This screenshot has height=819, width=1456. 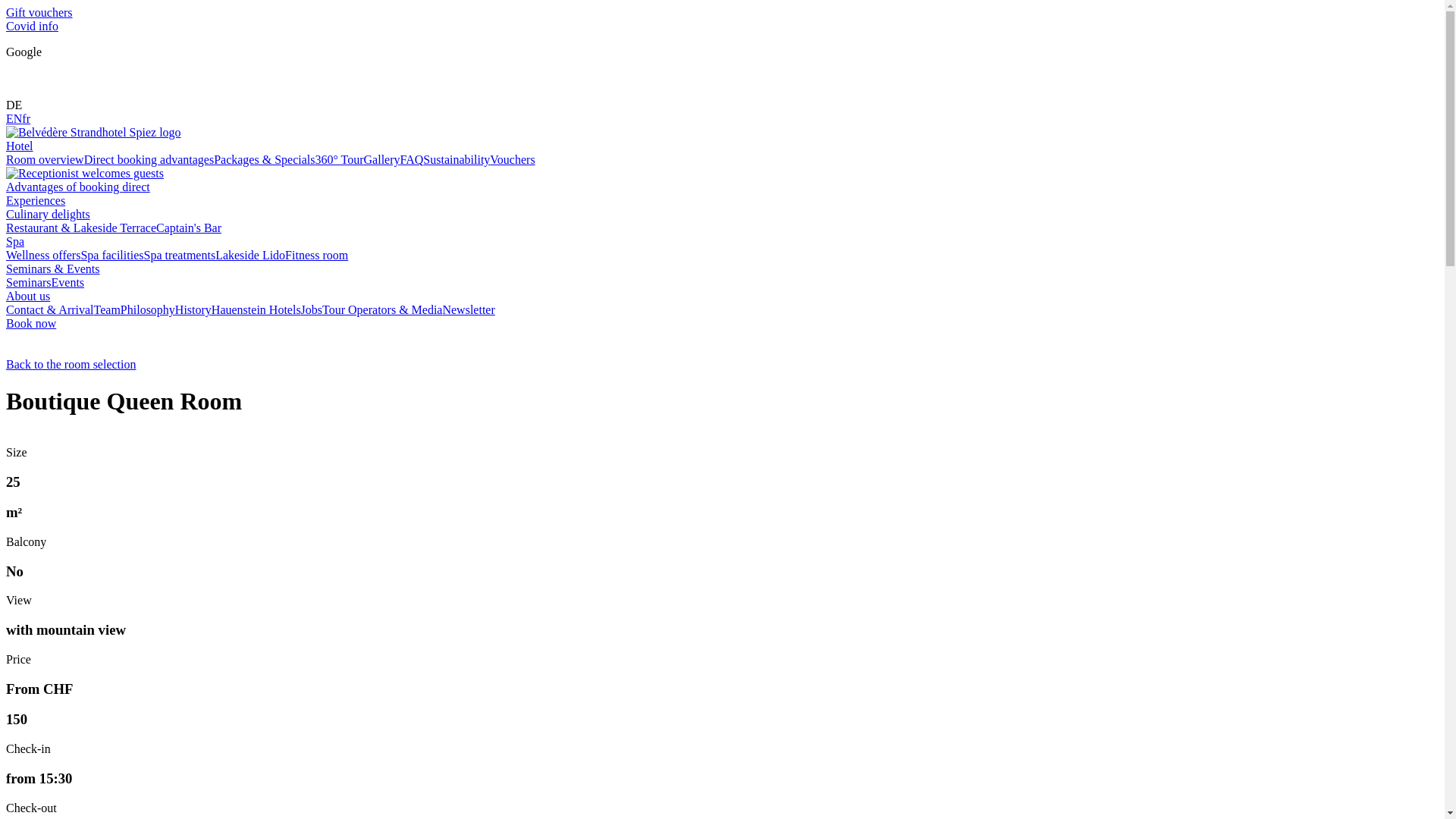 What do you see at coordinates (45, 159) in the screenshot?
I see `'Room overview'` at bounding box center [45, 159].